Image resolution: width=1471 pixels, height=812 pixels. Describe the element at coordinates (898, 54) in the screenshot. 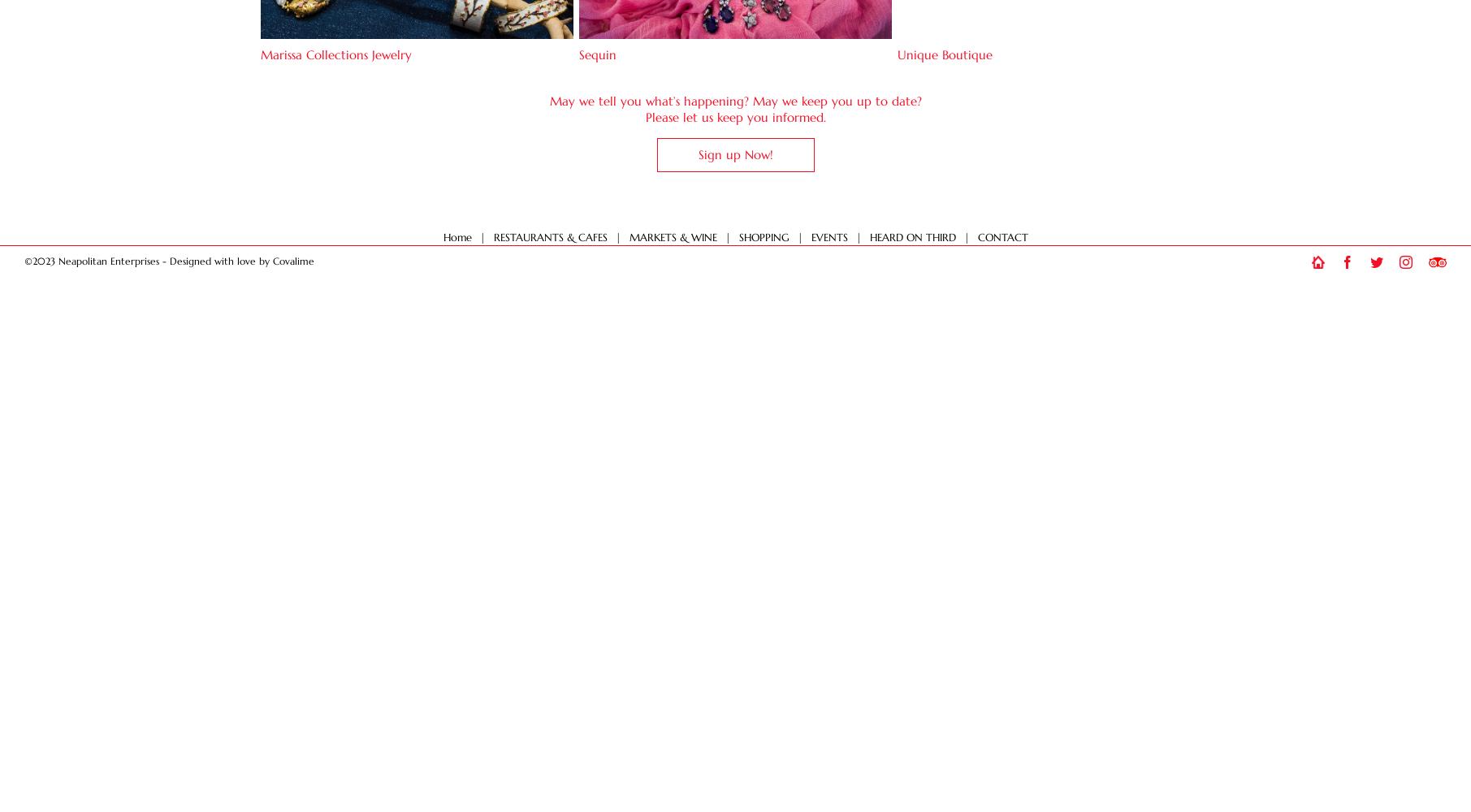

I see `'Unique Boutique'` at that location.